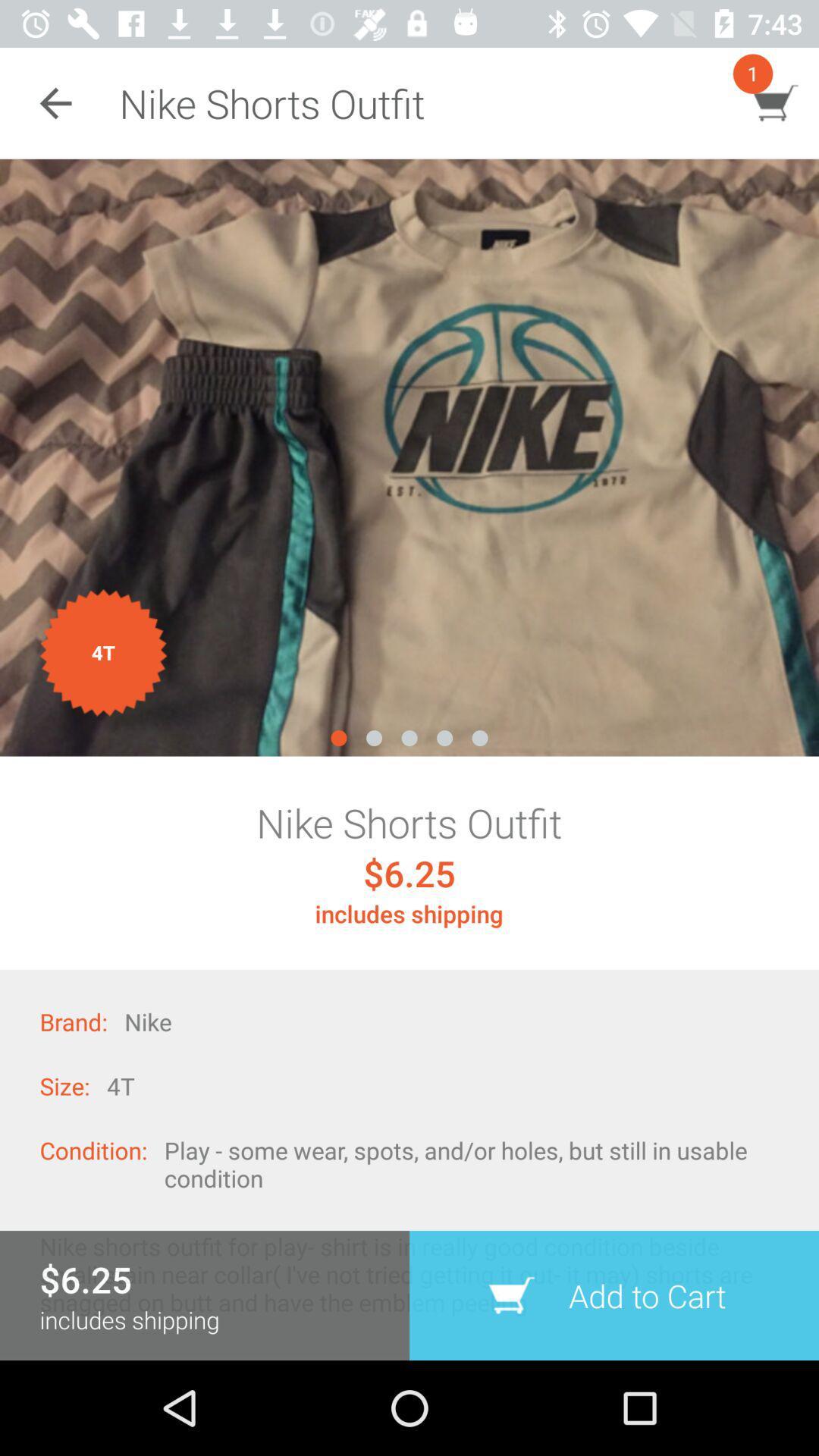  What do you see at coordinates (55, 102) in the screenshot?
I see `the item next to nike shorts outfit` at bounding box center [55, 102].